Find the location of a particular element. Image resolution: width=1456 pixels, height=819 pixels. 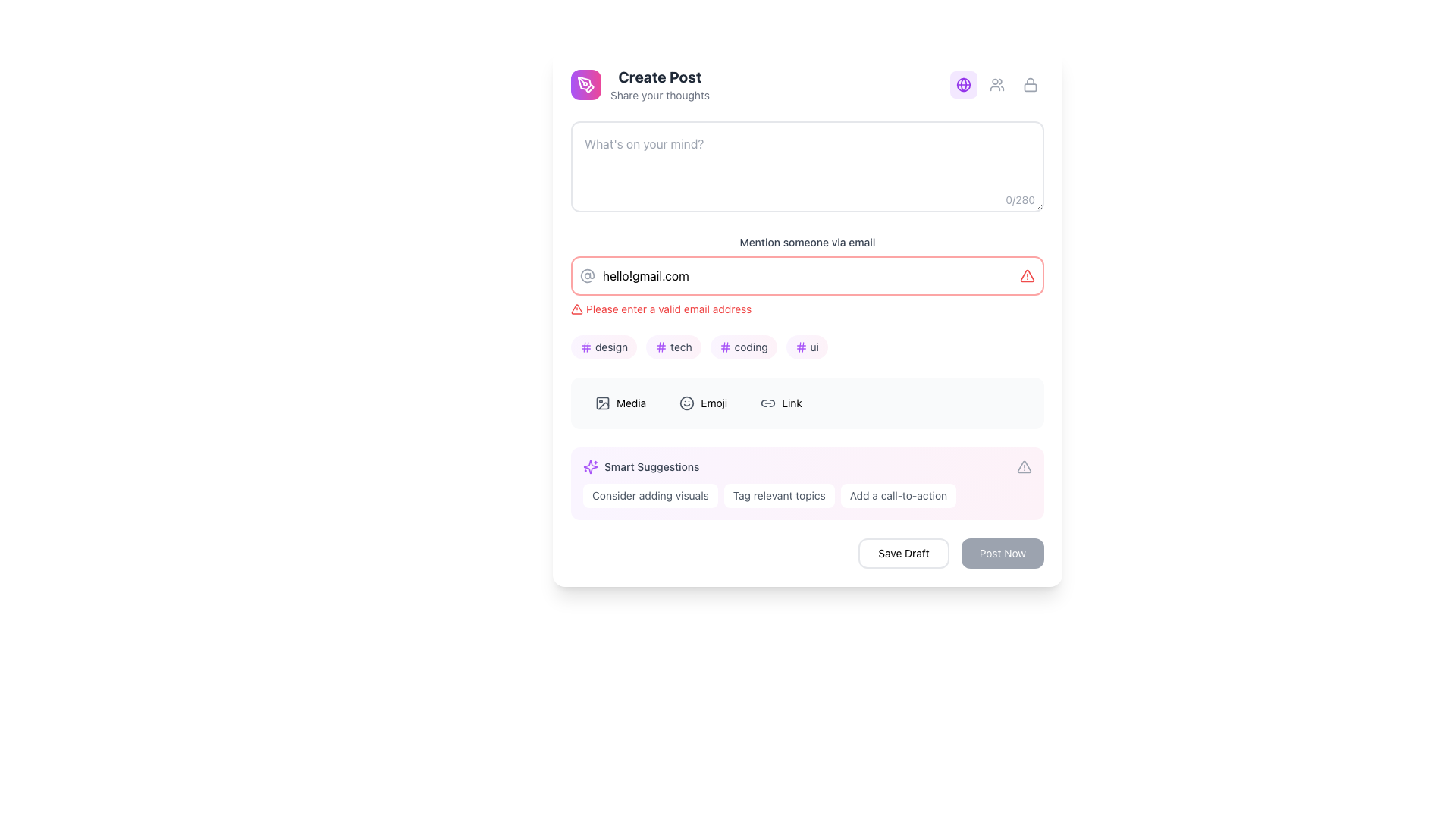

the 'Media' button, which is the first button in a horizontal row, consisting of a gray image frame icon and black text is located at coordinates (620, 403).